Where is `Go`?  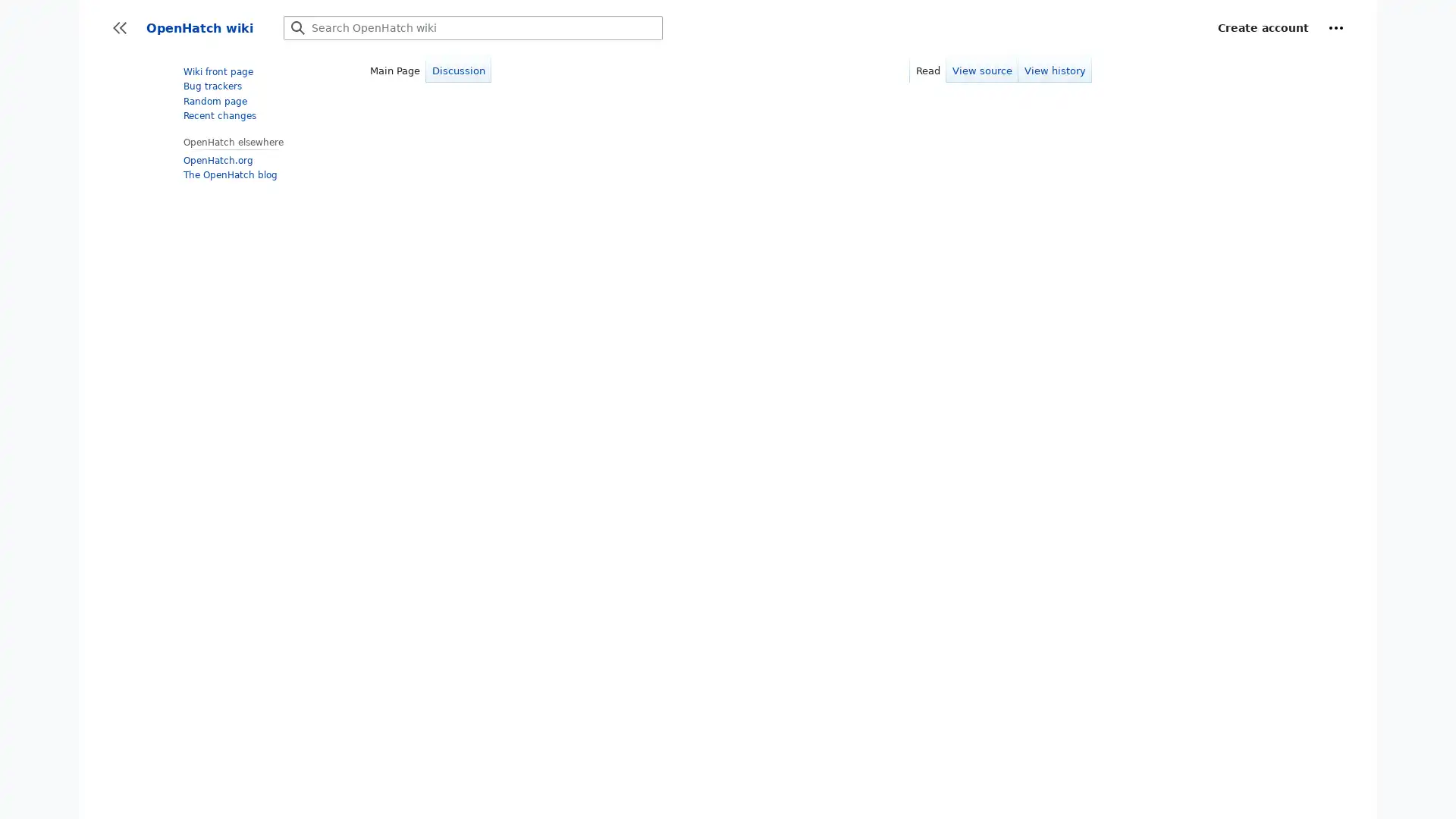
Go is located at coordinates (298, 28).